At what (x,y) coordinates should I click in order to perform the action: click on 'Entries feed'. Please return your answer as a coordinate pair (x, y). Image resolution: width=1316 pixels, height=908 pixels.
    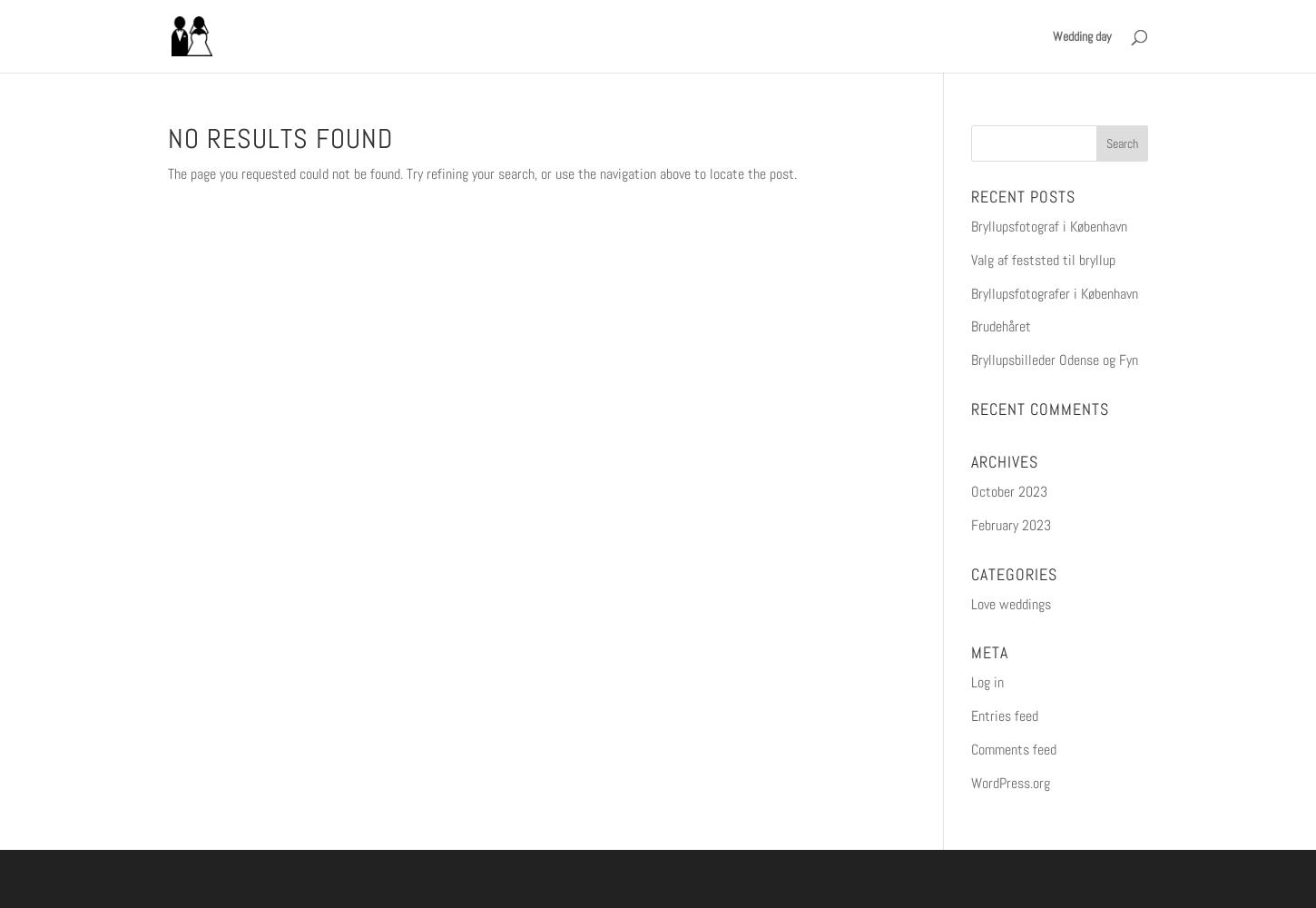
    Looking at the image, I should click on (1003, 716).